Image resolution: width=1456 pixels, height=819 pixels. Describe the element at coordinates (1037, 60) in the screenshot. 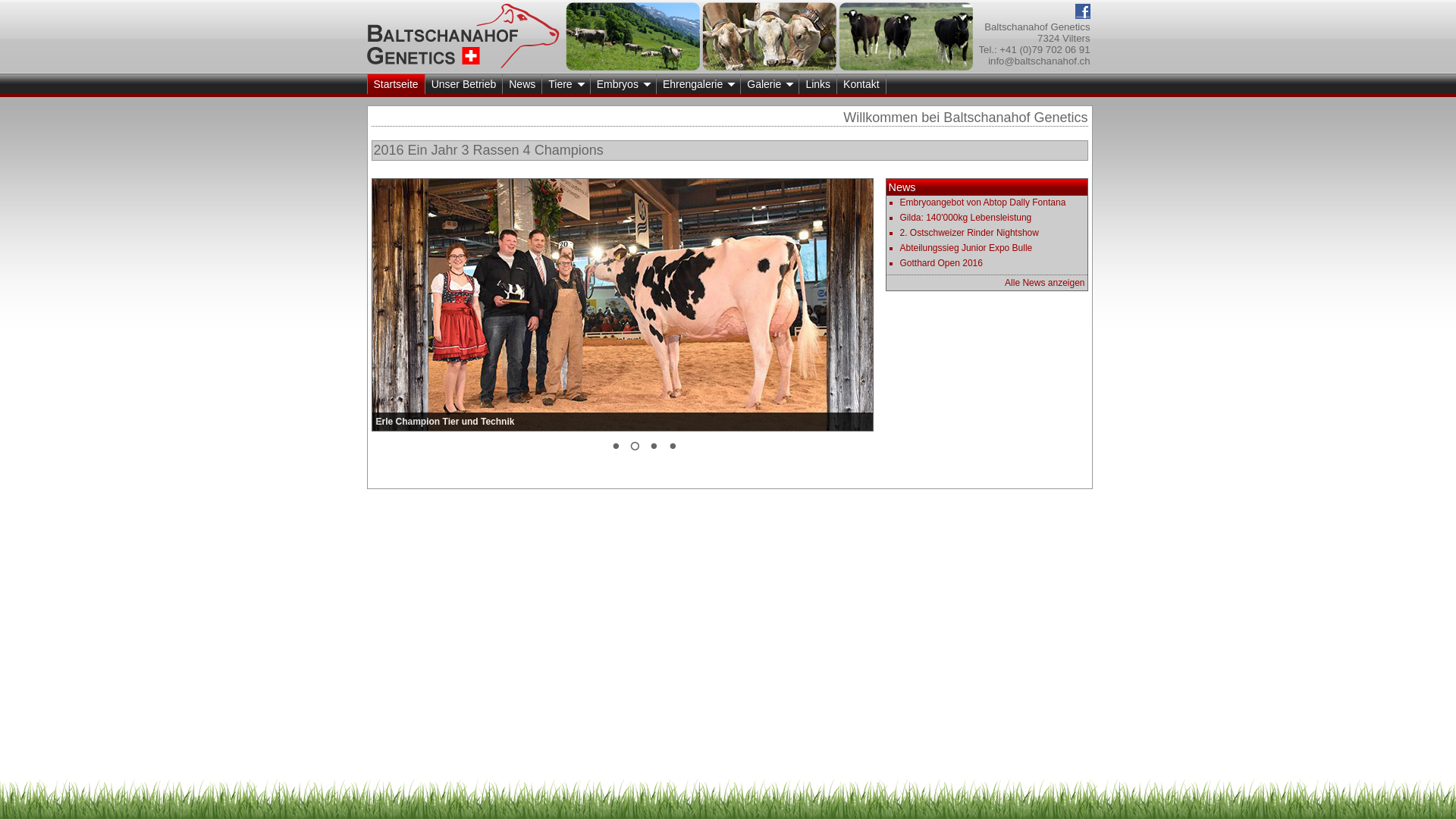

I see `'info@baltschanahof.ch'` at that location.